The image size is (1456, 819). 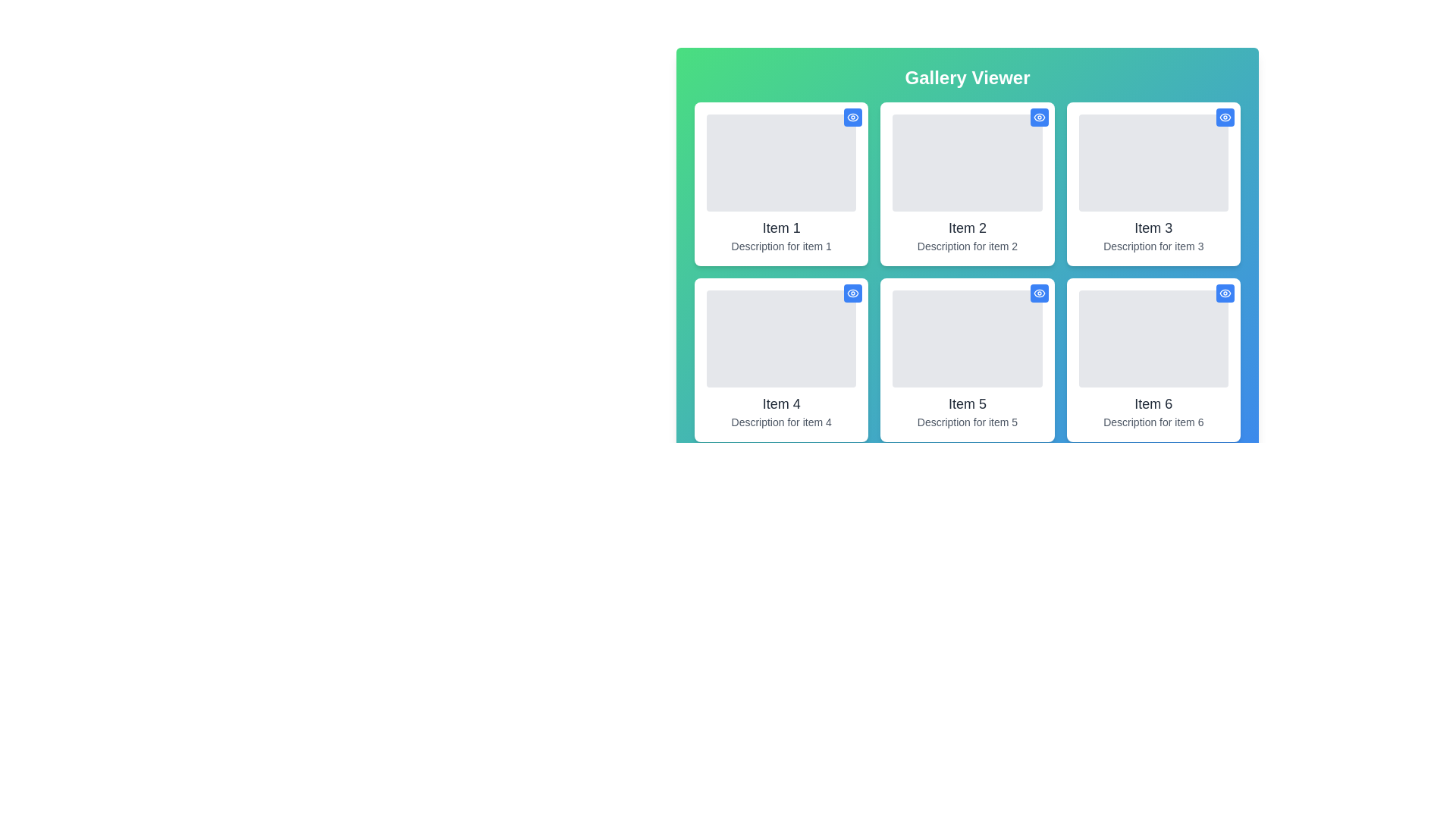 I want to click on the image placeholder located at the upper part of the card titled 'Item 3', so click(x=1153, y=163).